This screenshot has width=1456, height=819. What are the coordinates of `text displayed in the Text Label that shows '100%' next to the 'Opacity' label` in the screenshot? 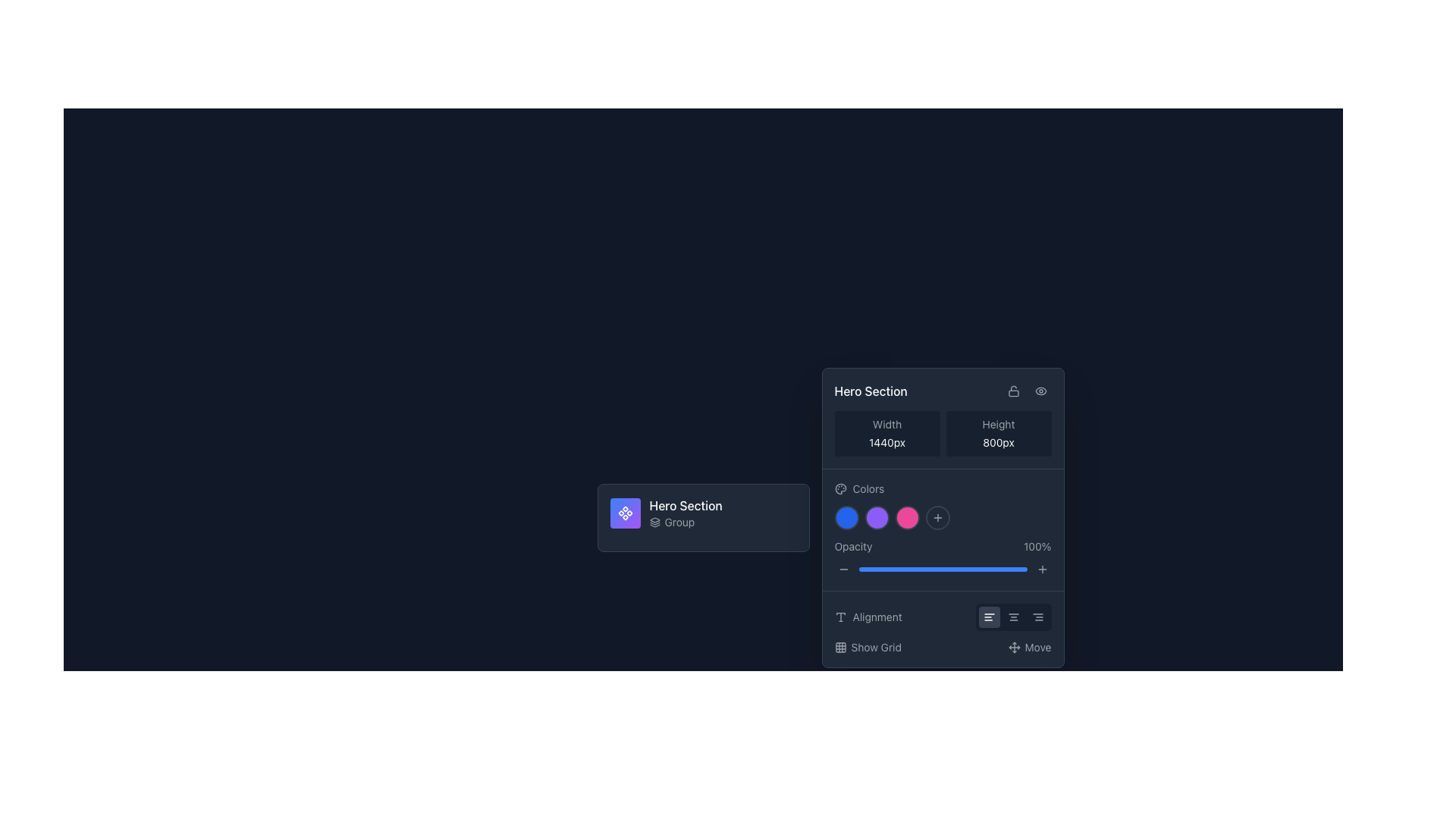 It's located at (1037, 547).